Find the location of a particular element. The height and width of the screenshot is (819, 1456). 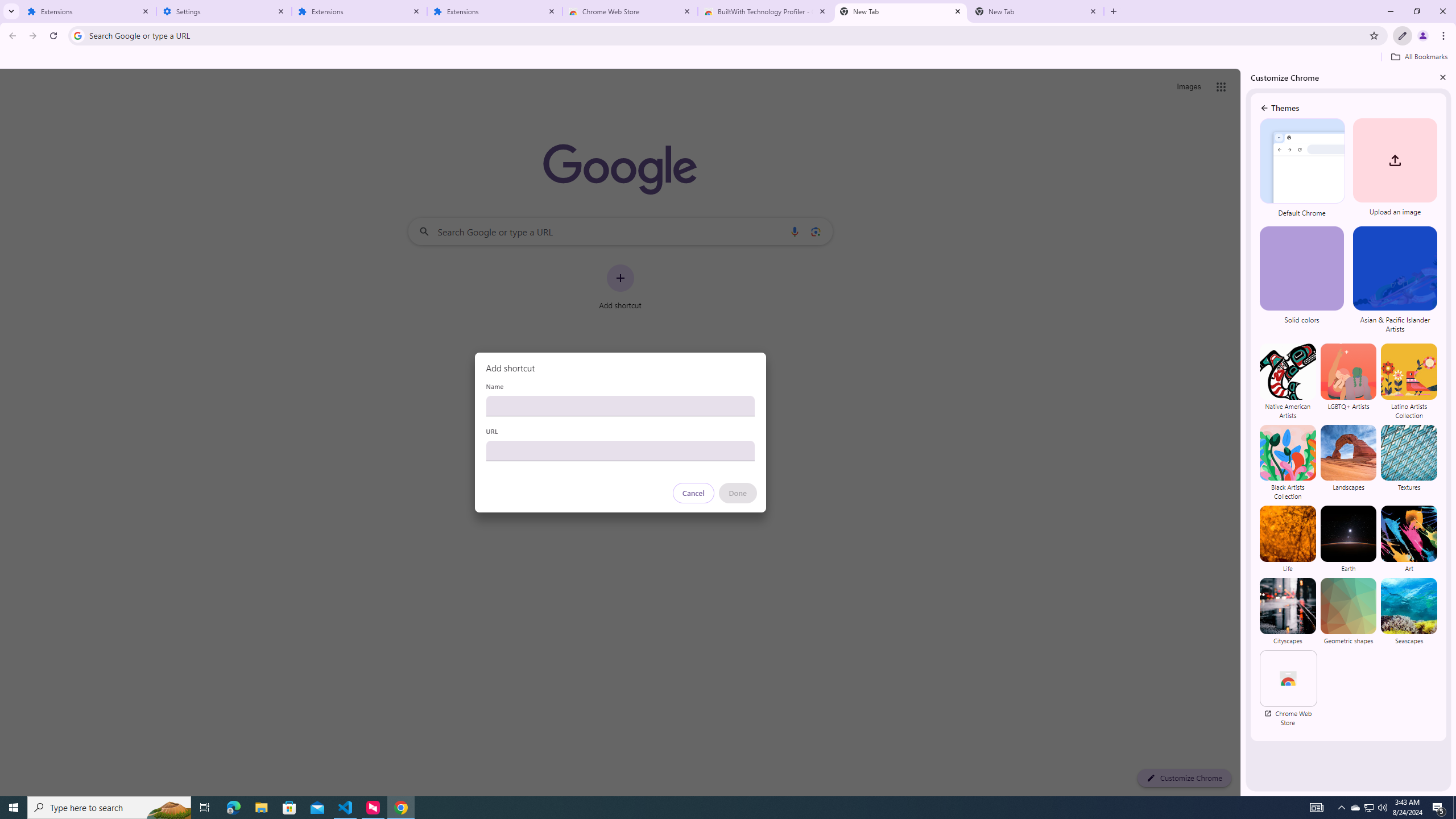

'LGBTQ+ Artists' is located at coordinates (1349, 381).